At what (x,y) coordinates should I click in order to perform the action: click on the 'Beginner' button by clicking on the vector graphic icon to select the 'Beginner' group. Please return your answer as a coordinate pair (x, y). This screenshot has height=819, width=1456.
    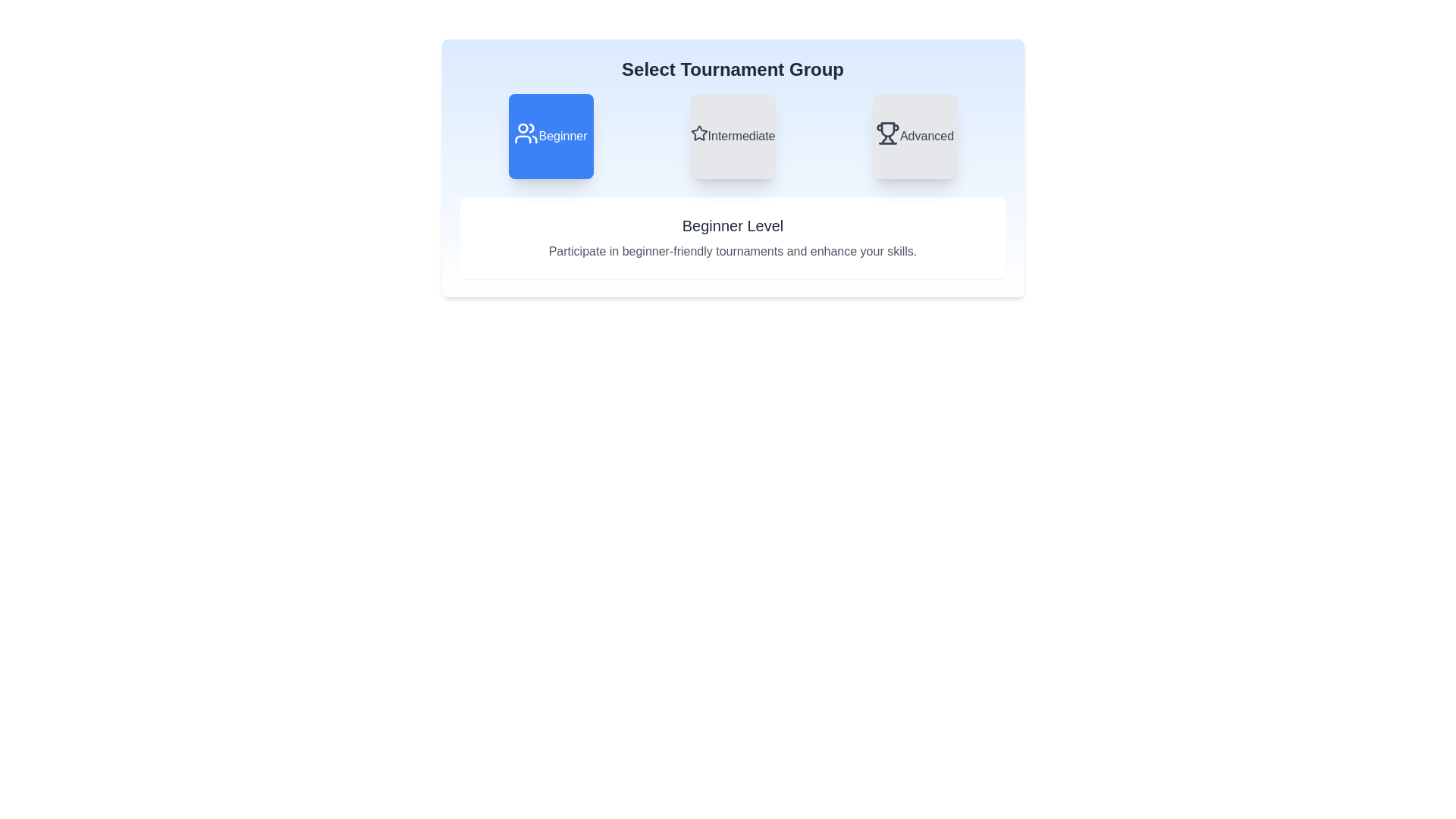
    Looking at the image, I should click on (526, 133).